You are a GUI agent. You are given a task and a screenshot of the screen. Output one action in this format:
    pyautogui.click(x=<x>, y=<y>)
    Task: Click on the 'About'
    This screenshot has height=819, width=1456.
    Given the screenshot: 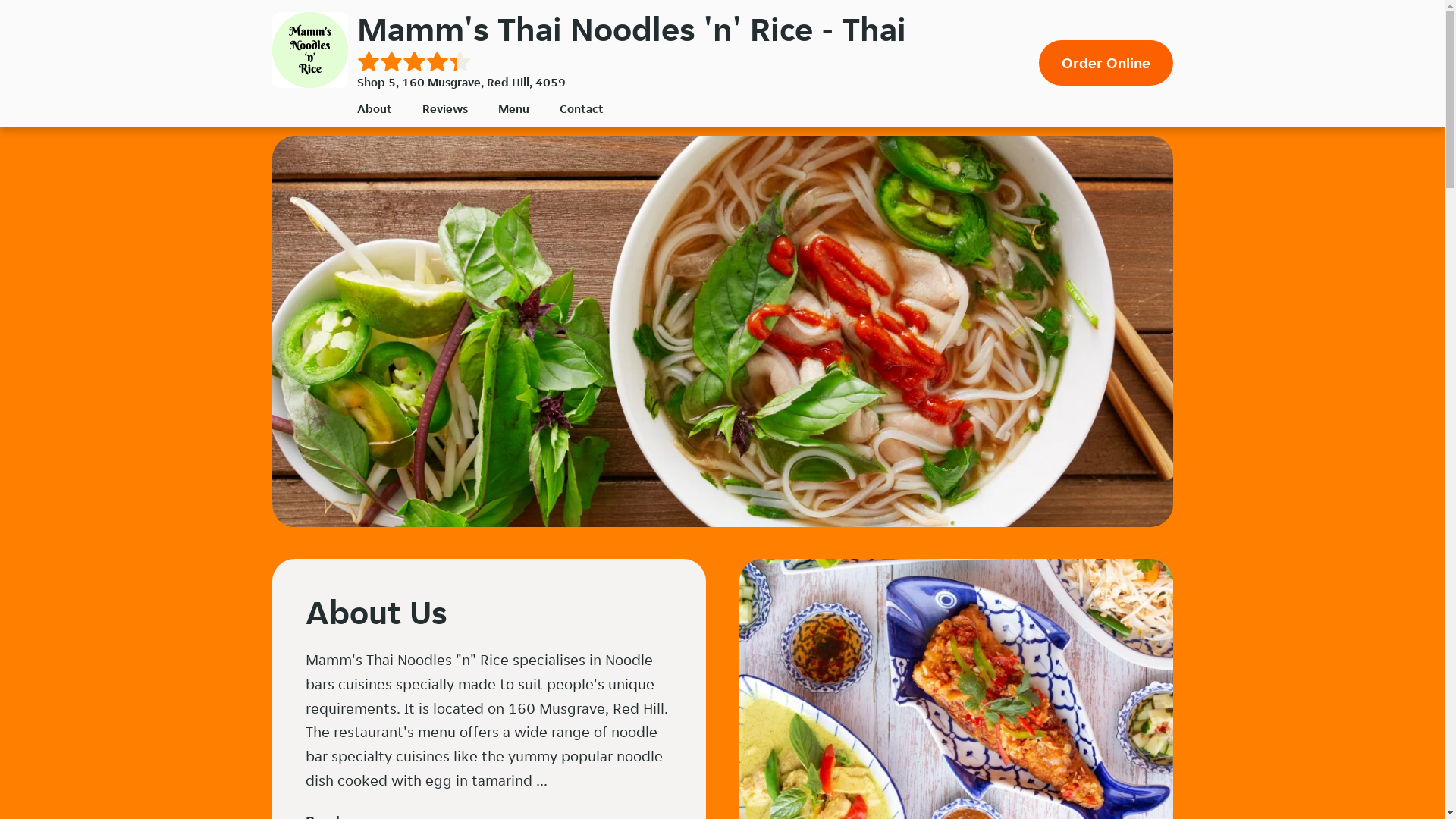 What is the action you would take?
    pyautogui.click(x=374, y=108)
    